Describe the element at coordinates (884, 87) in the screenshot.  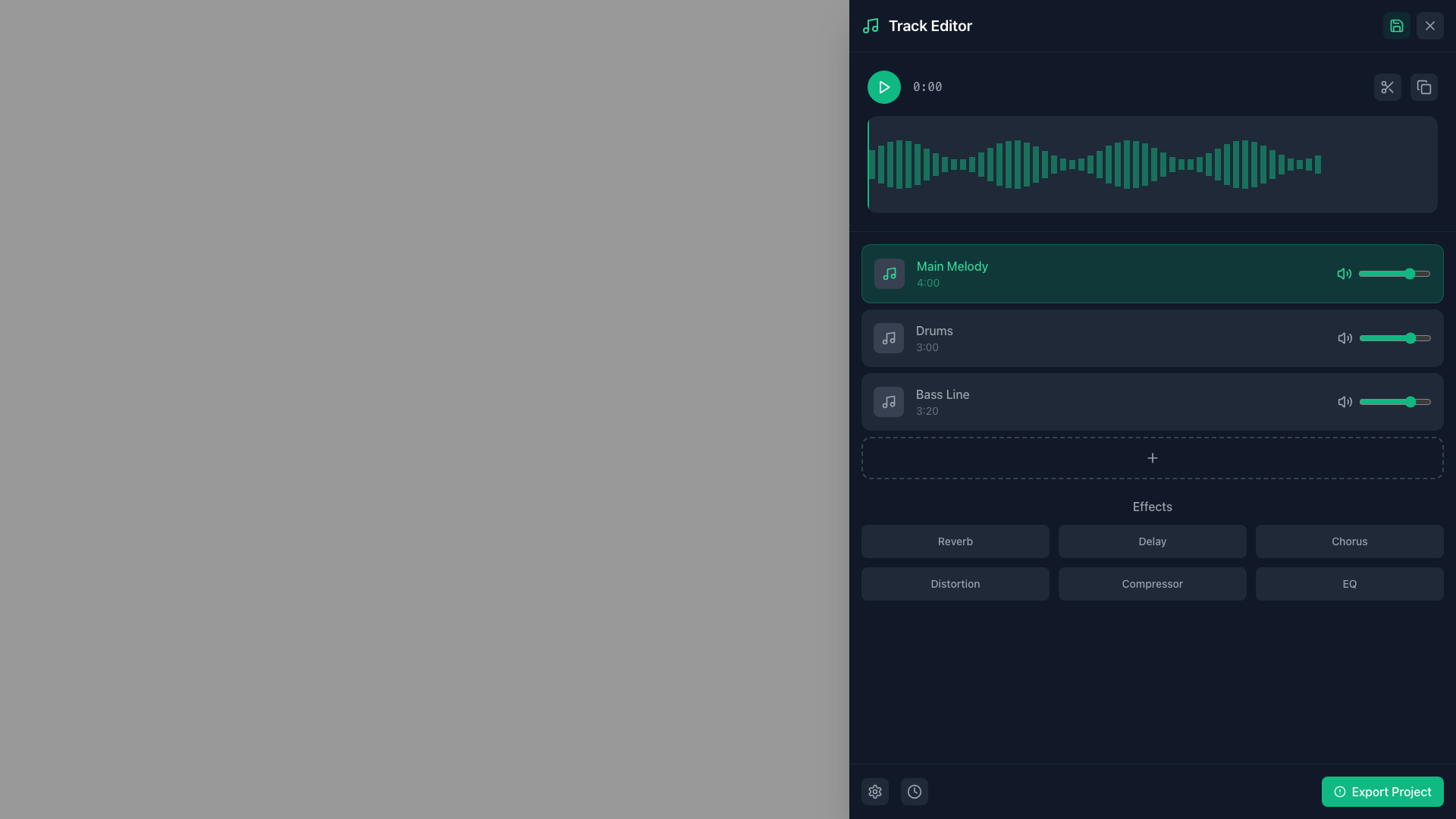
I see `the play button icon located near the top-left corner of the track editor interface` at that location.